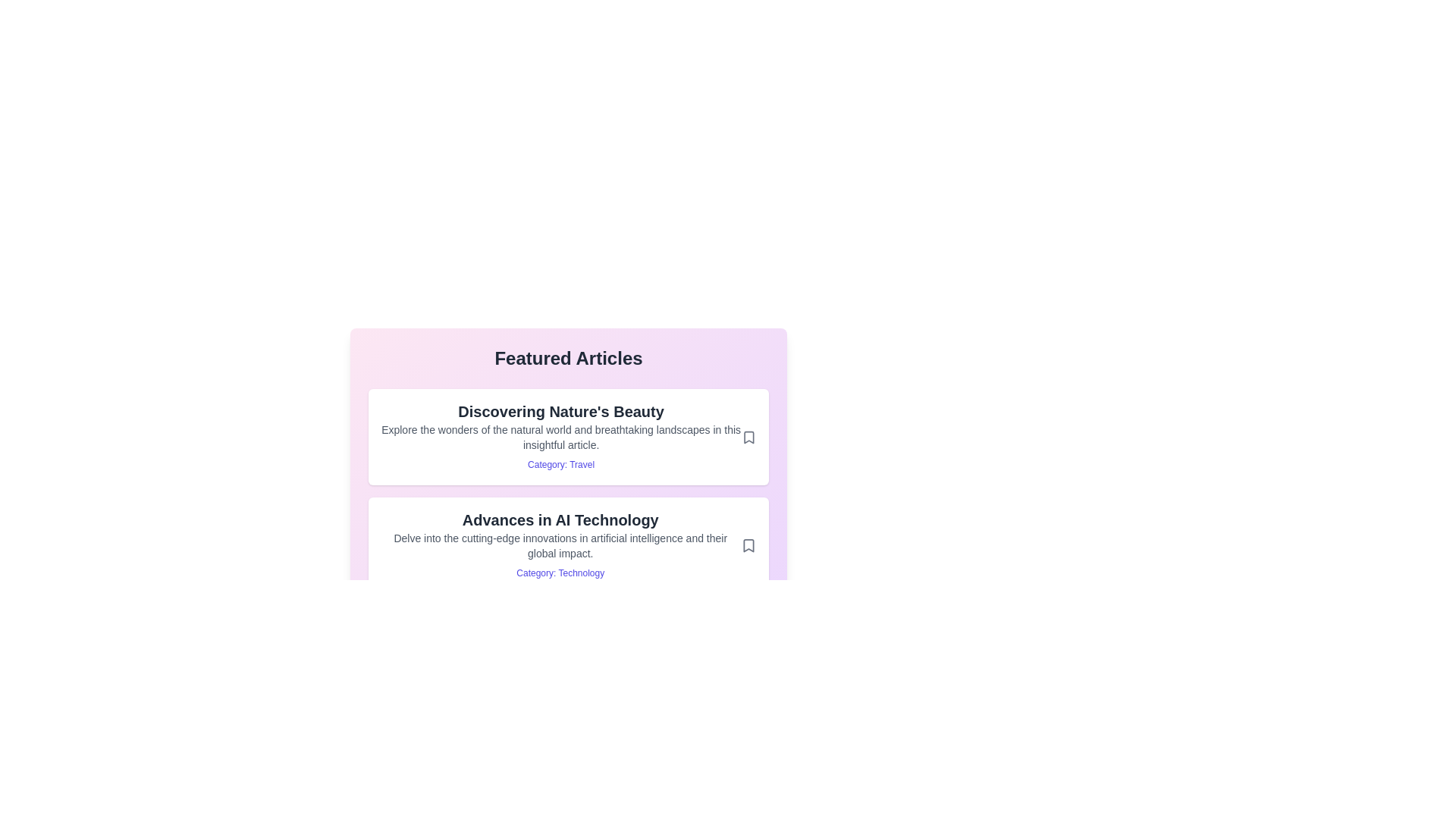 The image size is (1456, 819). I want to click on the article titled 'Advances in AI Technology', so click(567, 544).